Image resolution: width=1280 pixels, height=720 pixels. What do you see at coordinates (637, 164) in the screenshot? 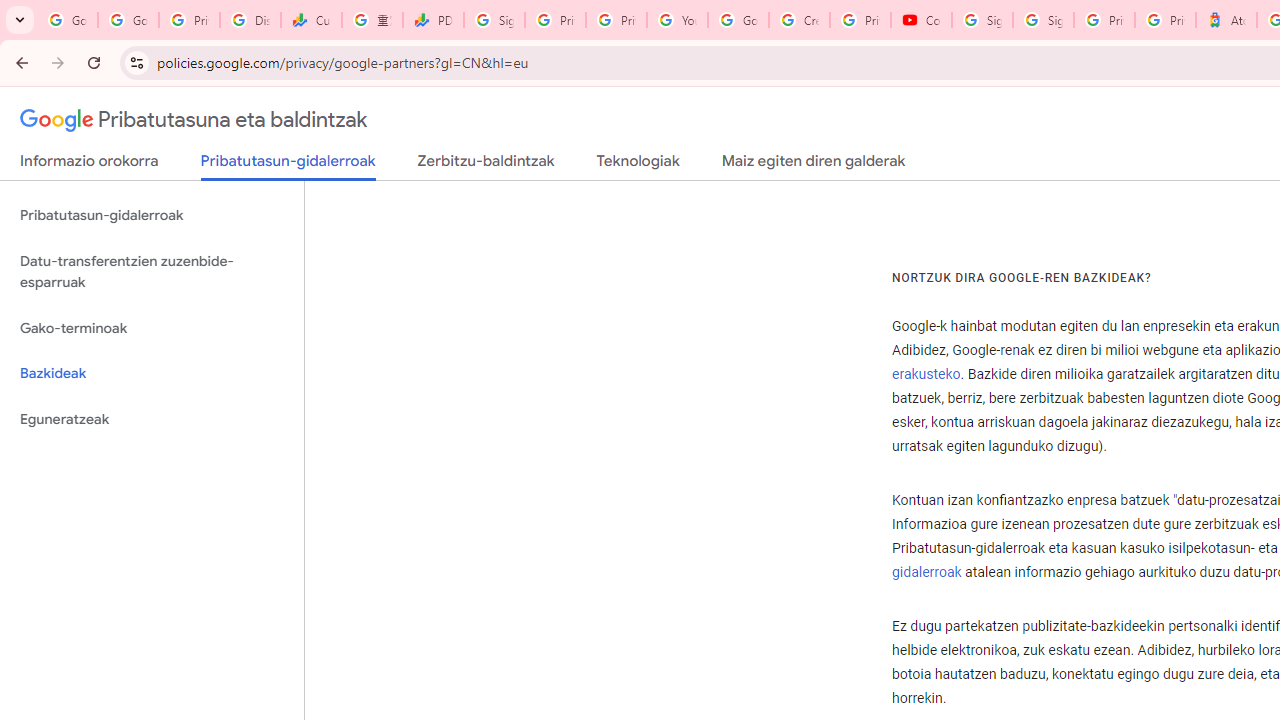
I see `'Teknologiak'` at bounding box center [637, 164].